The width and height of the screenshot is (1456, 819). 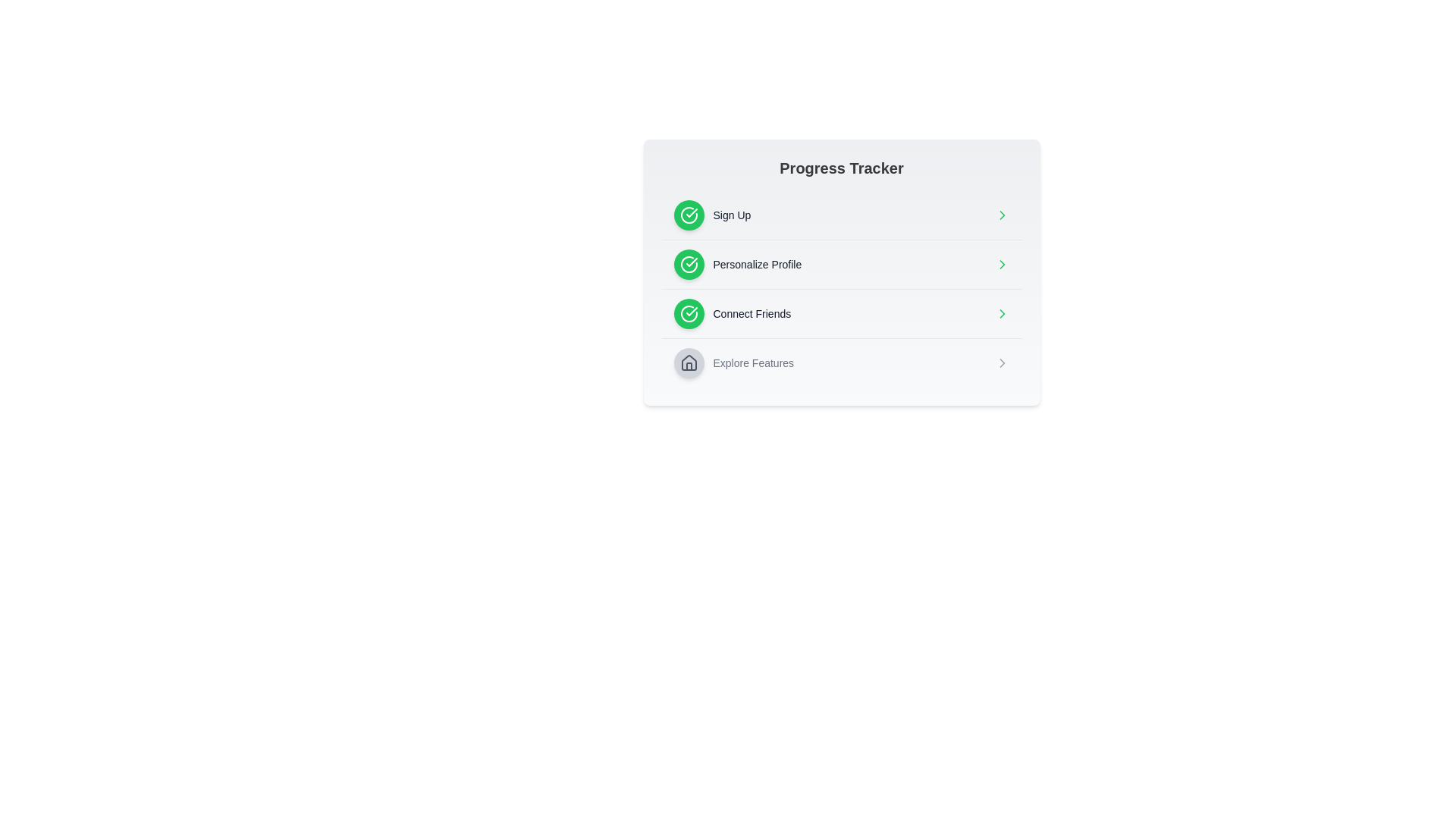 What do you see at coordinates (688, 215) in the screenshot?
I see `the circular status indicator with a green background and white checkmark icon, located to the left of the 'Sign Up' label in the 'Progress Tracker' section` at bounding box center [688, 215].